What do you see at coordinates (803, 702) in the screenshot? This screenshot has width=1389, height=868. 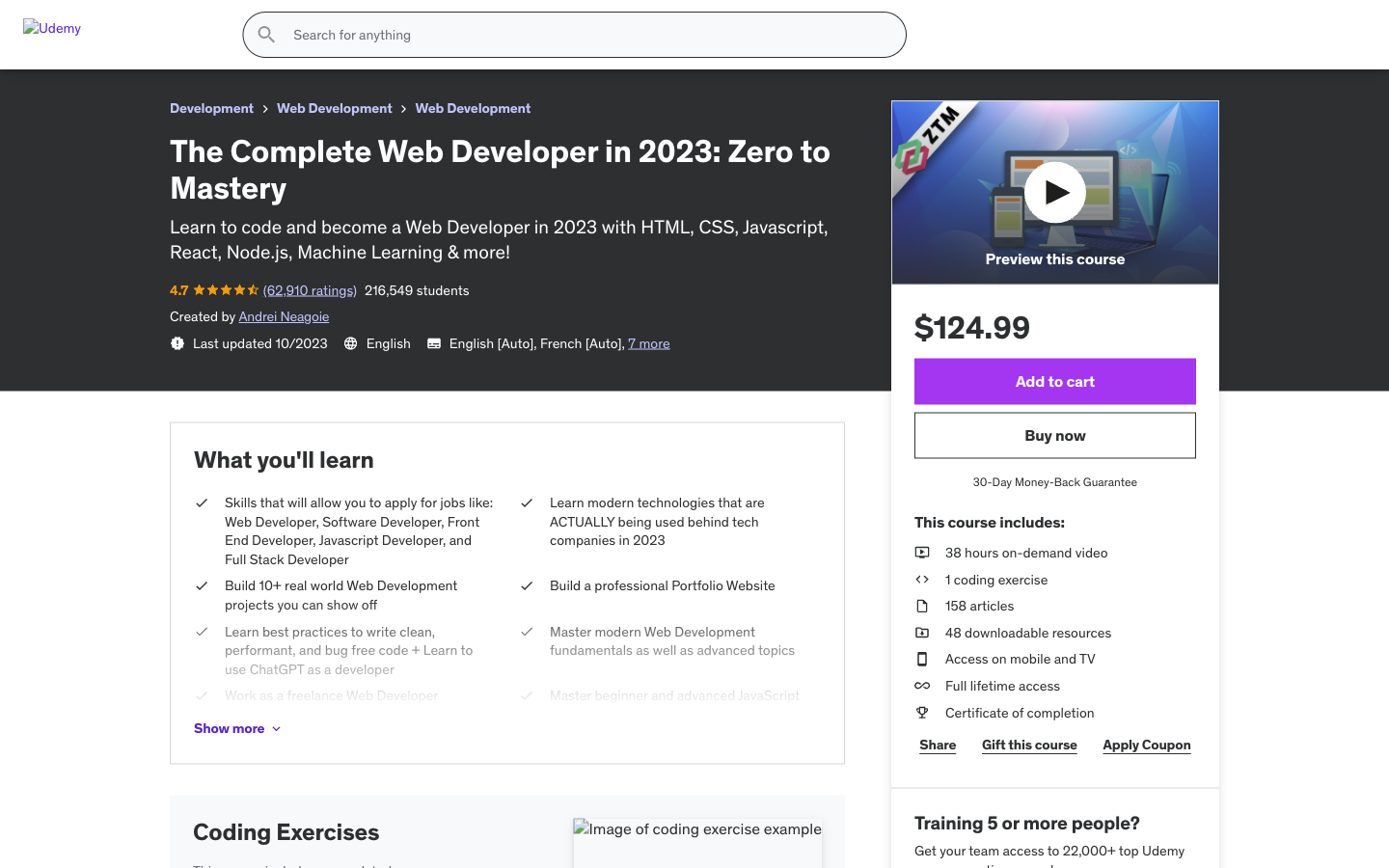 I see `Increase the photo size for better visibility of the garments` at bounding box center [803, 702].